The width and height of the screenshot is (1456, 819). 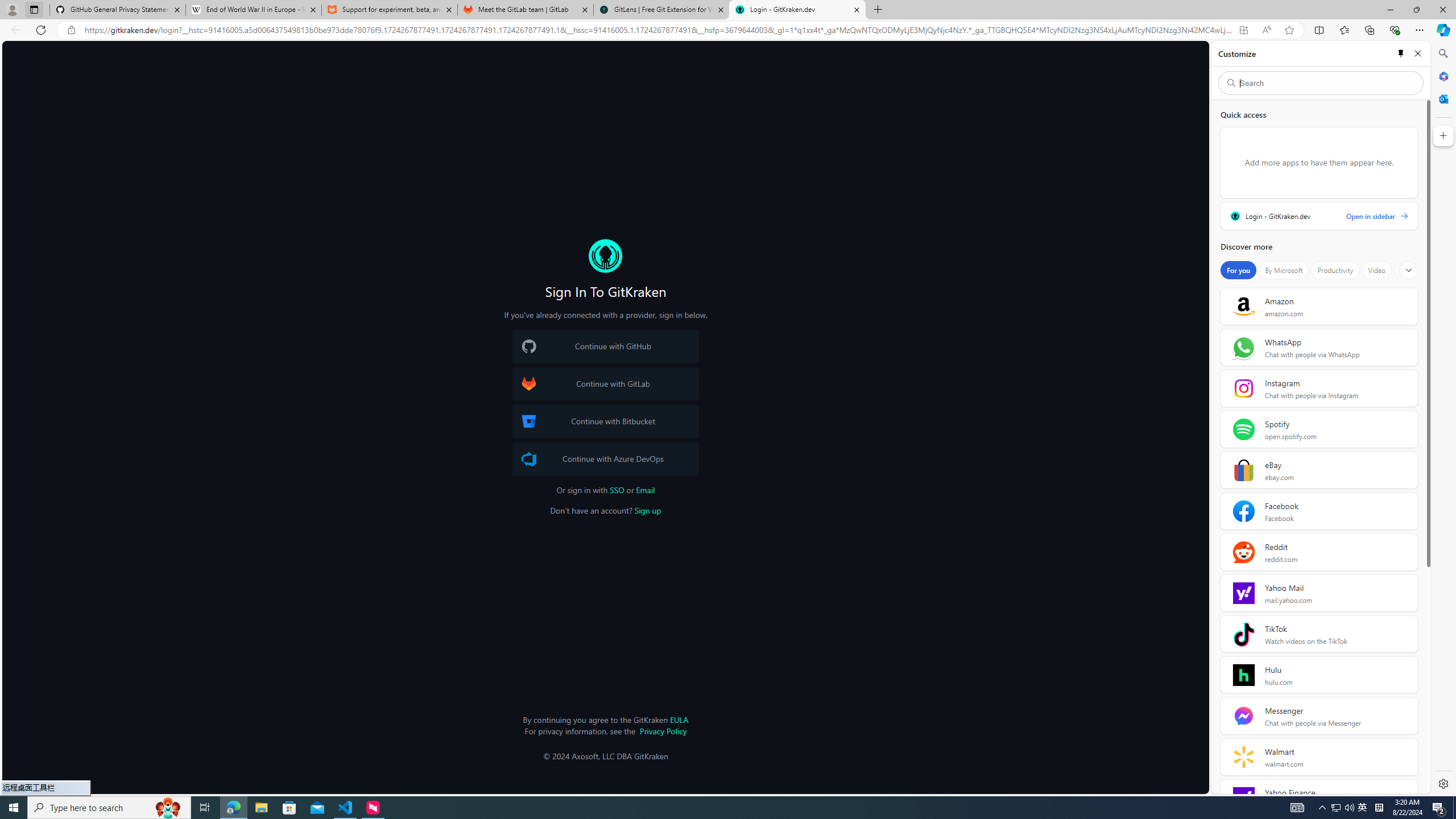 I want to click on 'GitHub Logo', so click(x=528, y=346).